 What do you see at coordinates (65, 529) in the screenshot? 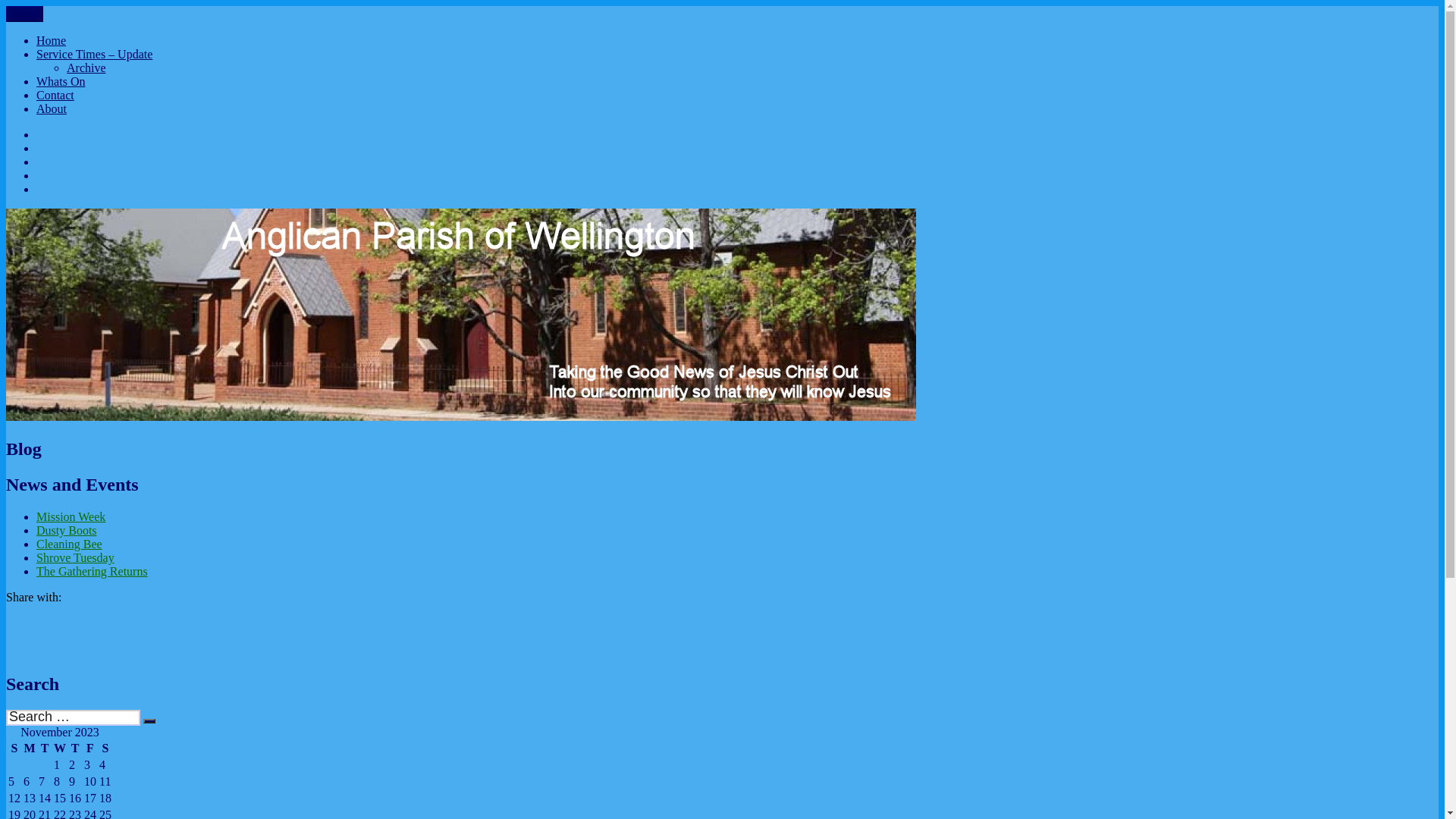
I see `'Dusty Boots'` at bounding box center [65, 529].